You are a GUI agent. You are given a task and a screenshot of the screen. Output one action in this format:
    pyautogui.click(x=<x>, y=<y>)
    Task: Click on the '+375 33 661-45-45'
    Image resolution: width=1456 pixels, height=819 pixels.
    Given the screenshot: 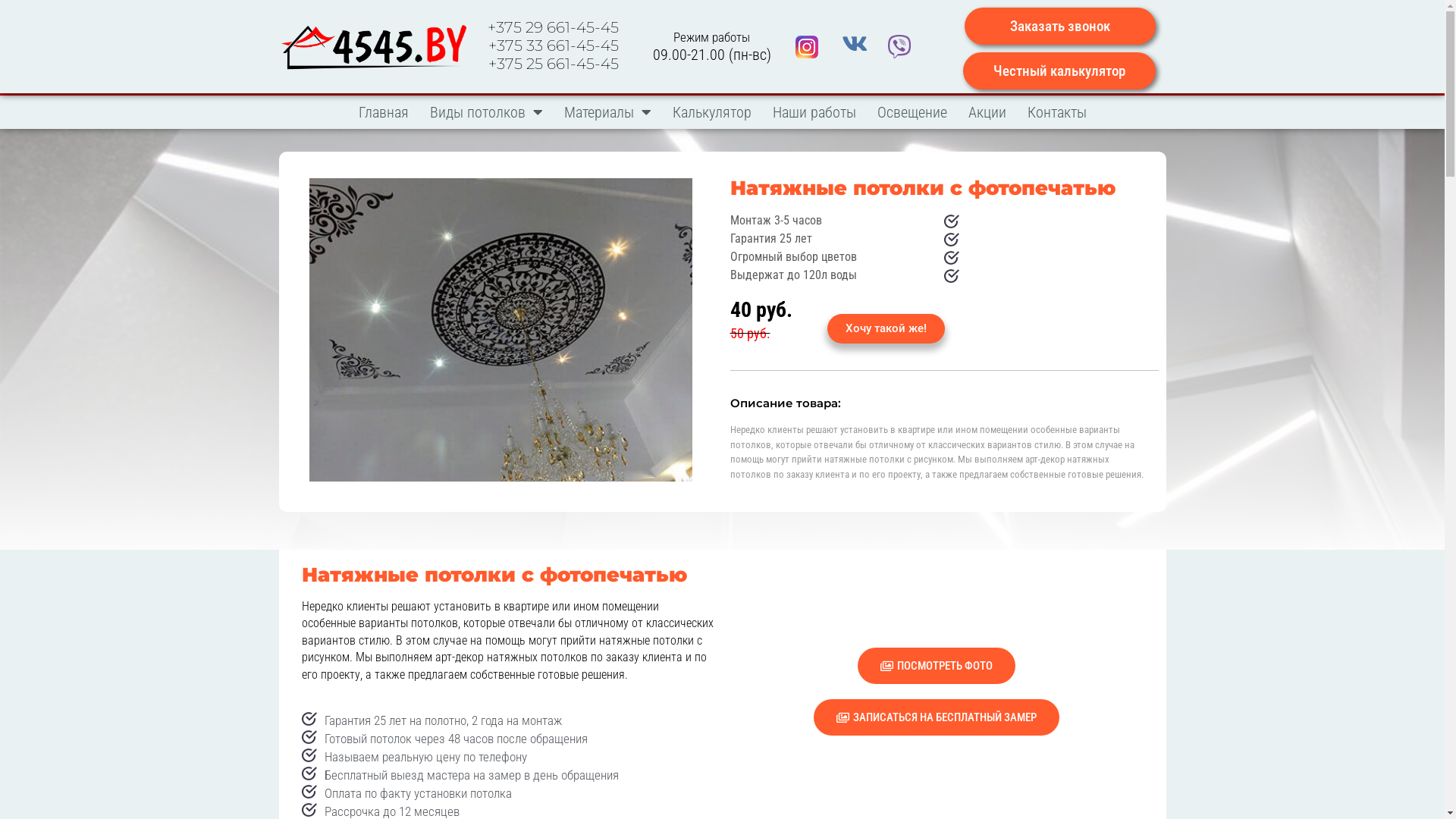 What is the action you would take?
    pyautogui.click(x=552, y=45)
    